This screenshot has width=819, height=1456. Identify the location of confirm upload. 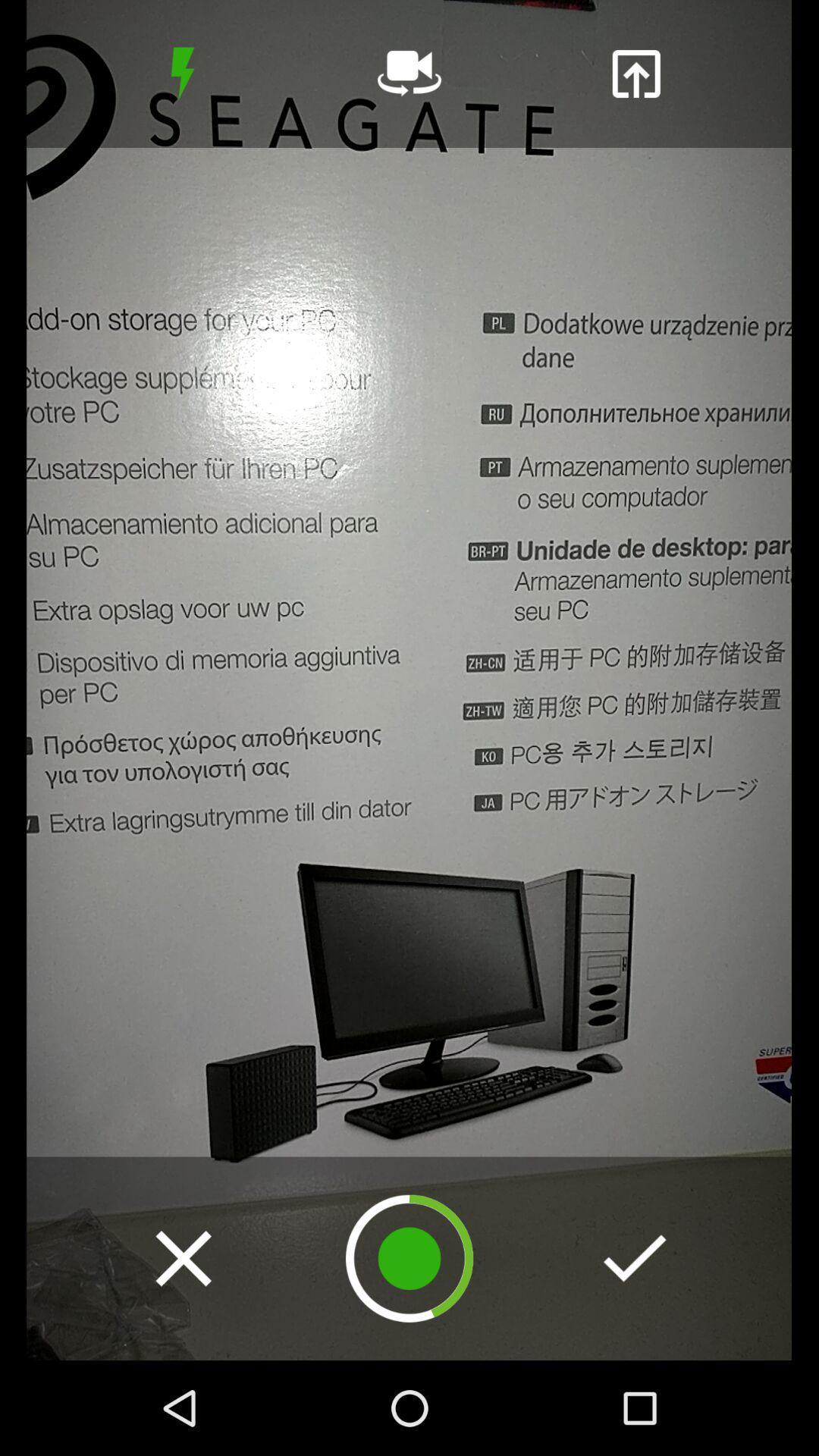
(635, 1258).